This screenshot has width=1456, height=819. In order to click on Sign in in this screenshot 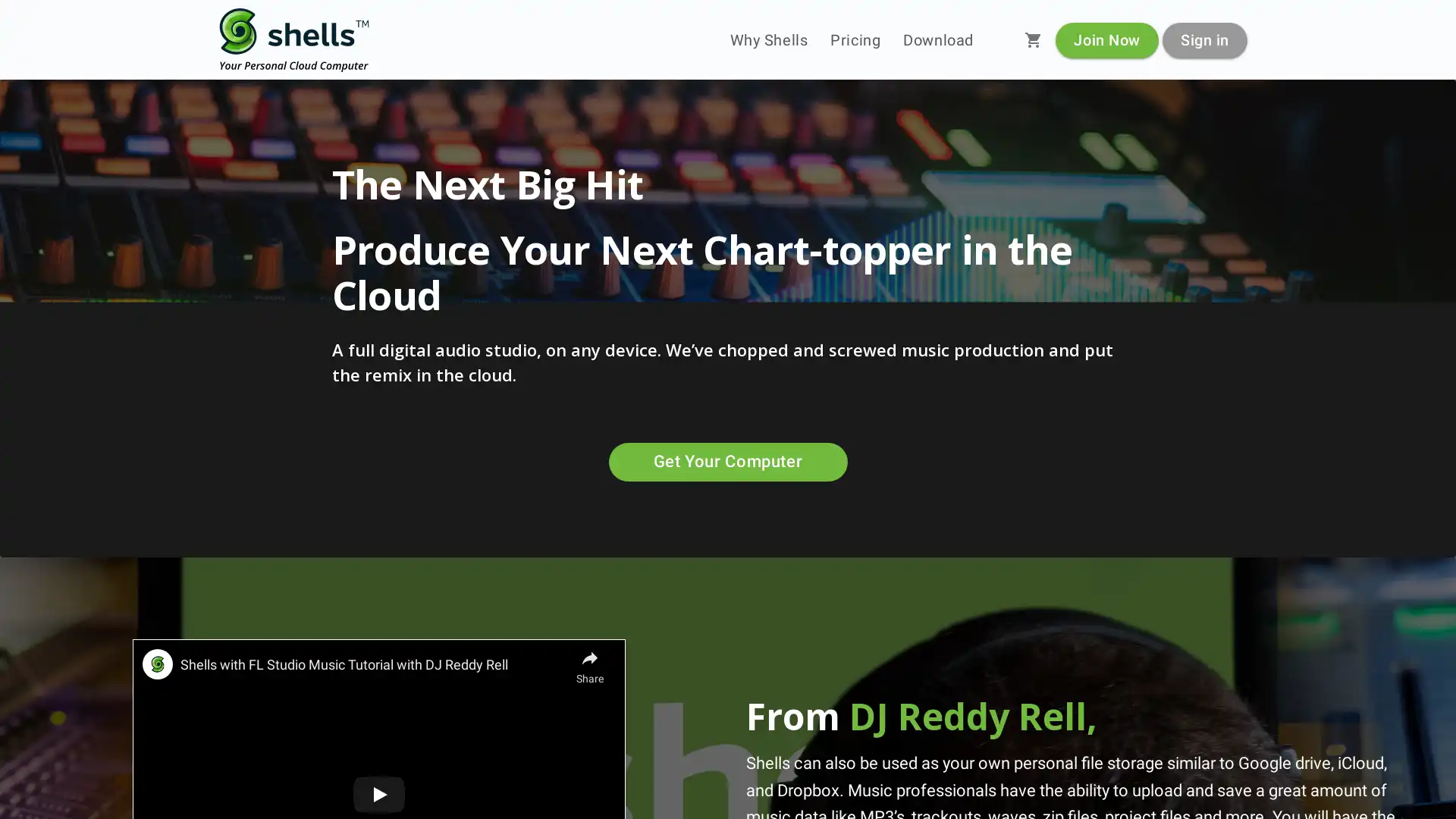, I will do `click(1203, 39)`.